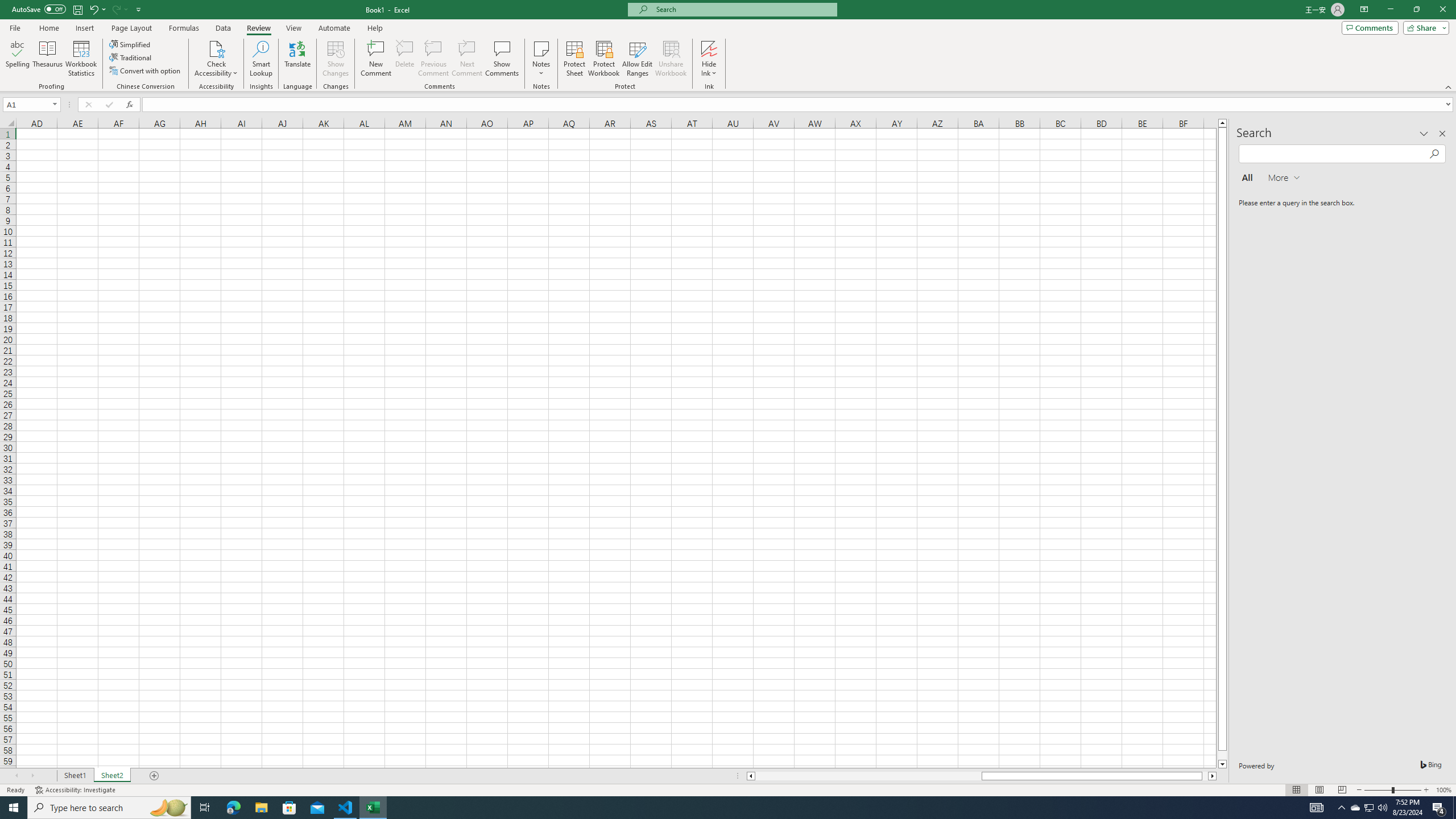  Describe the element at coordinates (16, 59) in the screenshot. I see `'Spelling...'` at that location.